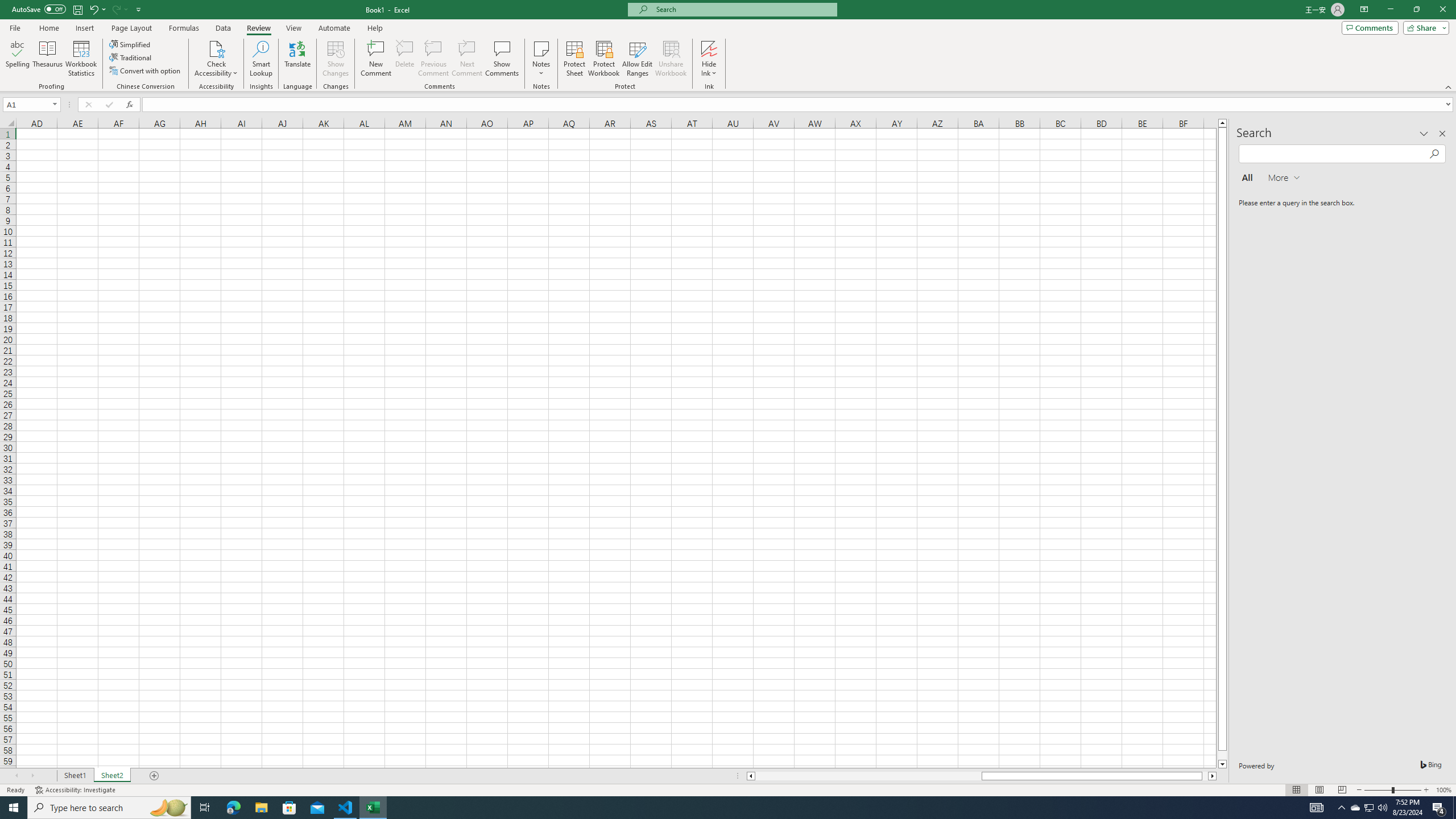  Describe the element at coordinates (16, 59) in the screenshot. I see `'Spelling...'` at that location.